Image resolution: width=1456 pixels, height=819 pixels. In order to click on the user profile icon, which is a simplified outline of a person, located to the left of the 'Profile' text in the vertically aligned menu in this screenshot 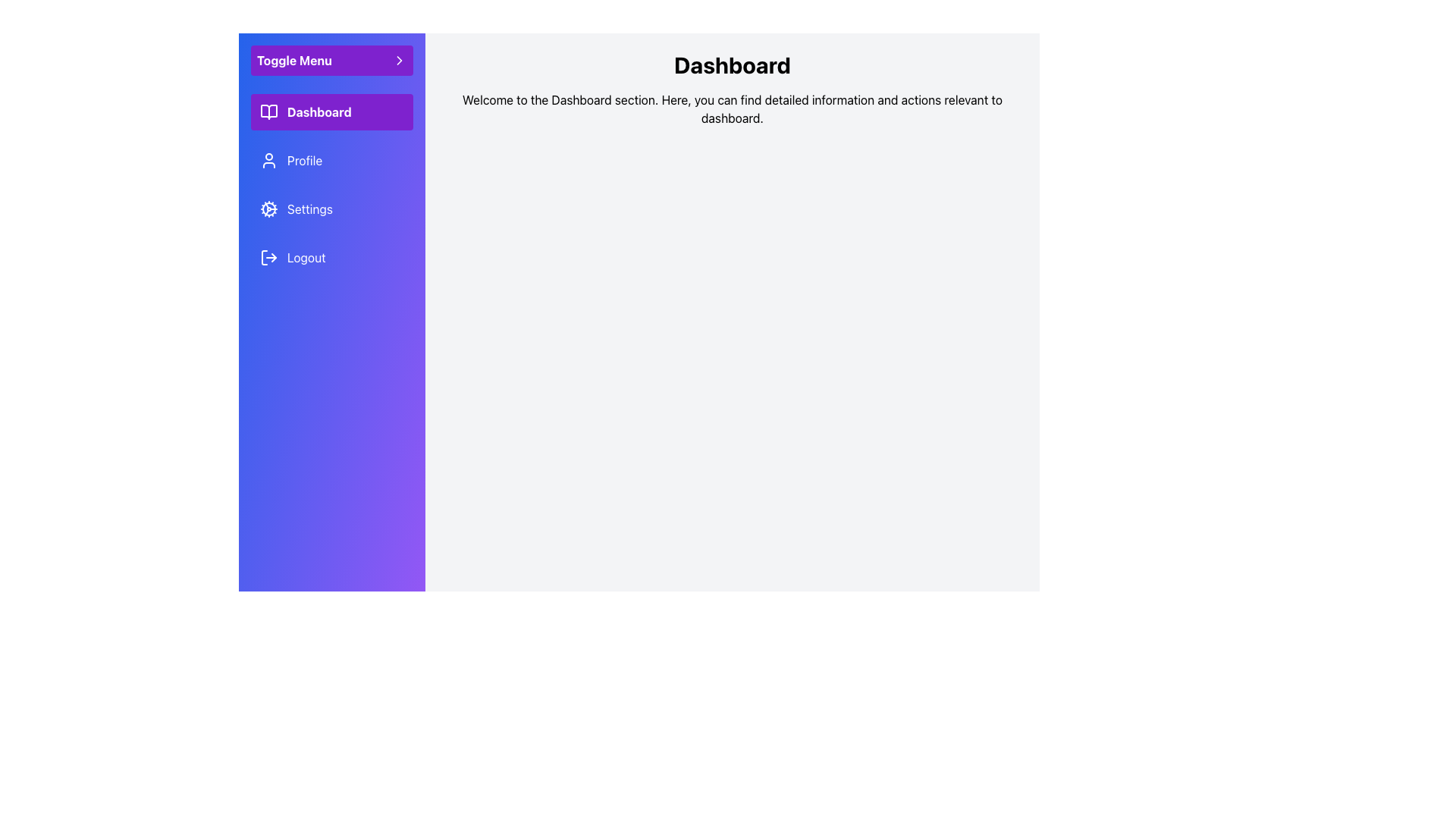, I will do `click(269, 161)`.